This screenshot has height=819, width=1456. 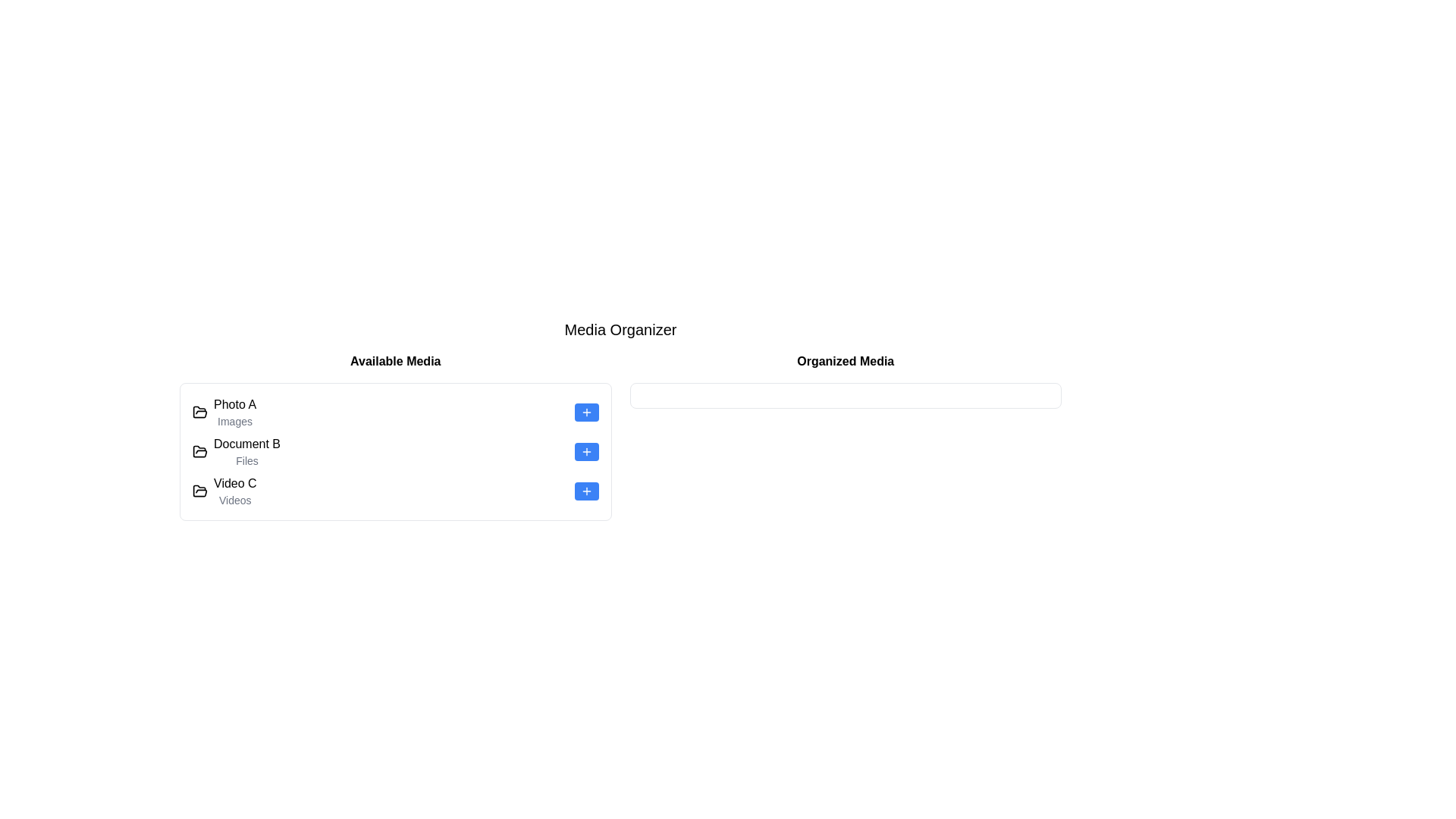 What do you see at coordinates (585, 451) in the screenshot?
I see `the small blue circular icon with a white plus symbol, which is the second button in a vertical sequence of similar icons located to the right of the 'Available Media' list` at bounding box center [585, 451].